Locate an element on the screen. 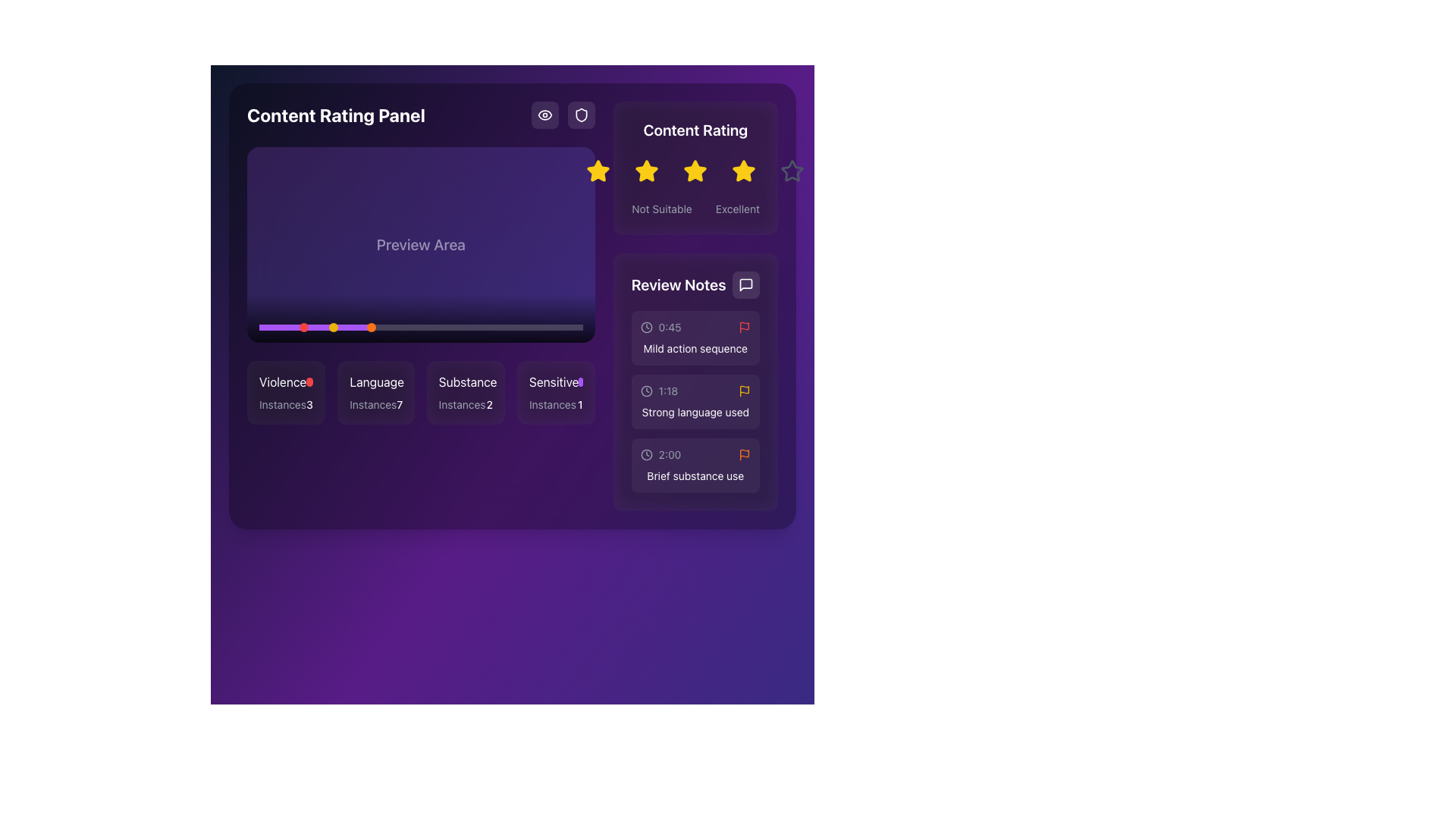 The image size is (1456, 819). the timestamp label for 'Brief substance use' located is located at coordinates (661, 454).